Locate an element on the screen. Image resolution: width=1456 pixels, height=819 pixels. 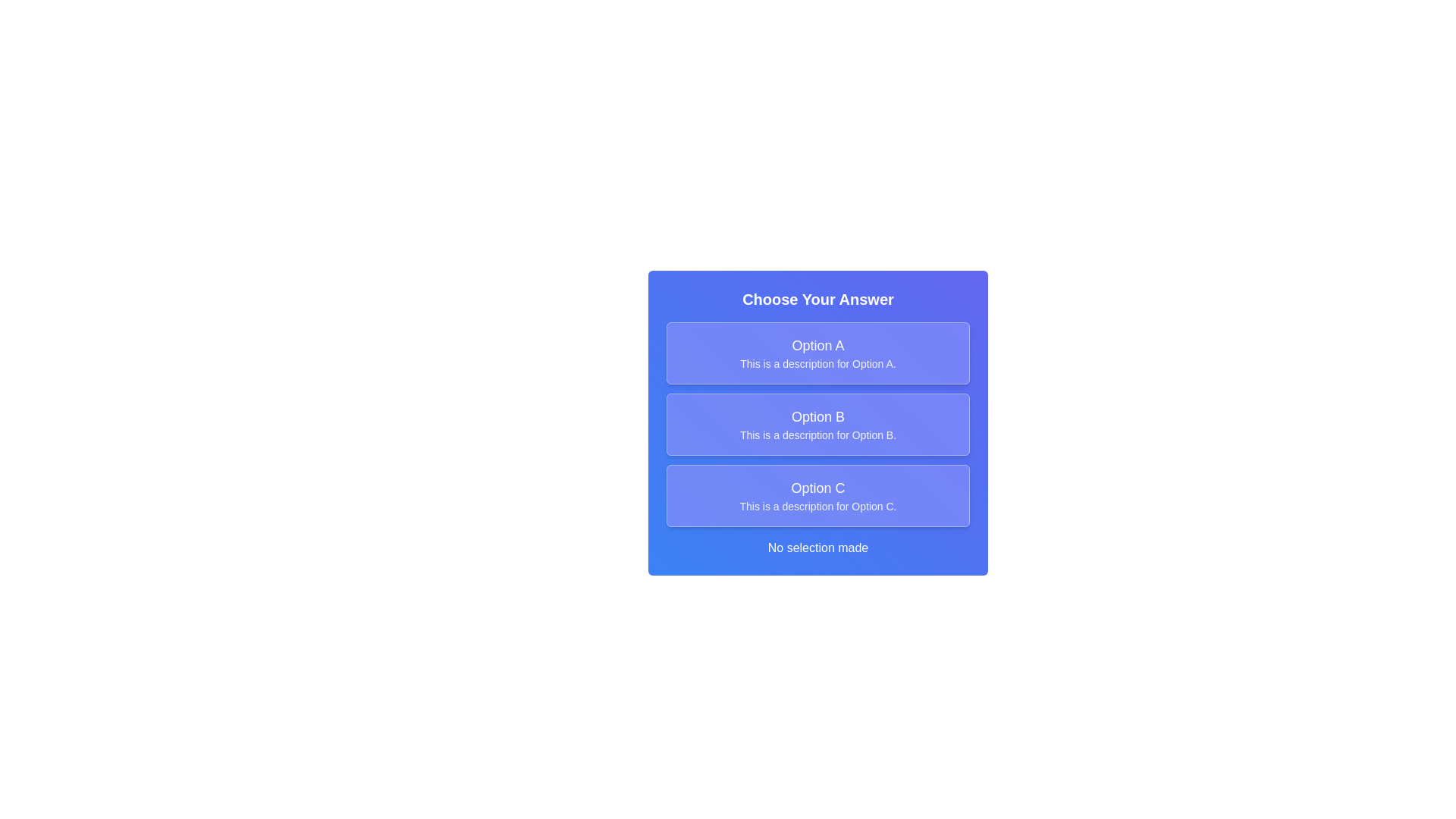
the descriptive text label providing additional information about 'Option B' within a multiple-choice interface is located at coordinates (817, 435).